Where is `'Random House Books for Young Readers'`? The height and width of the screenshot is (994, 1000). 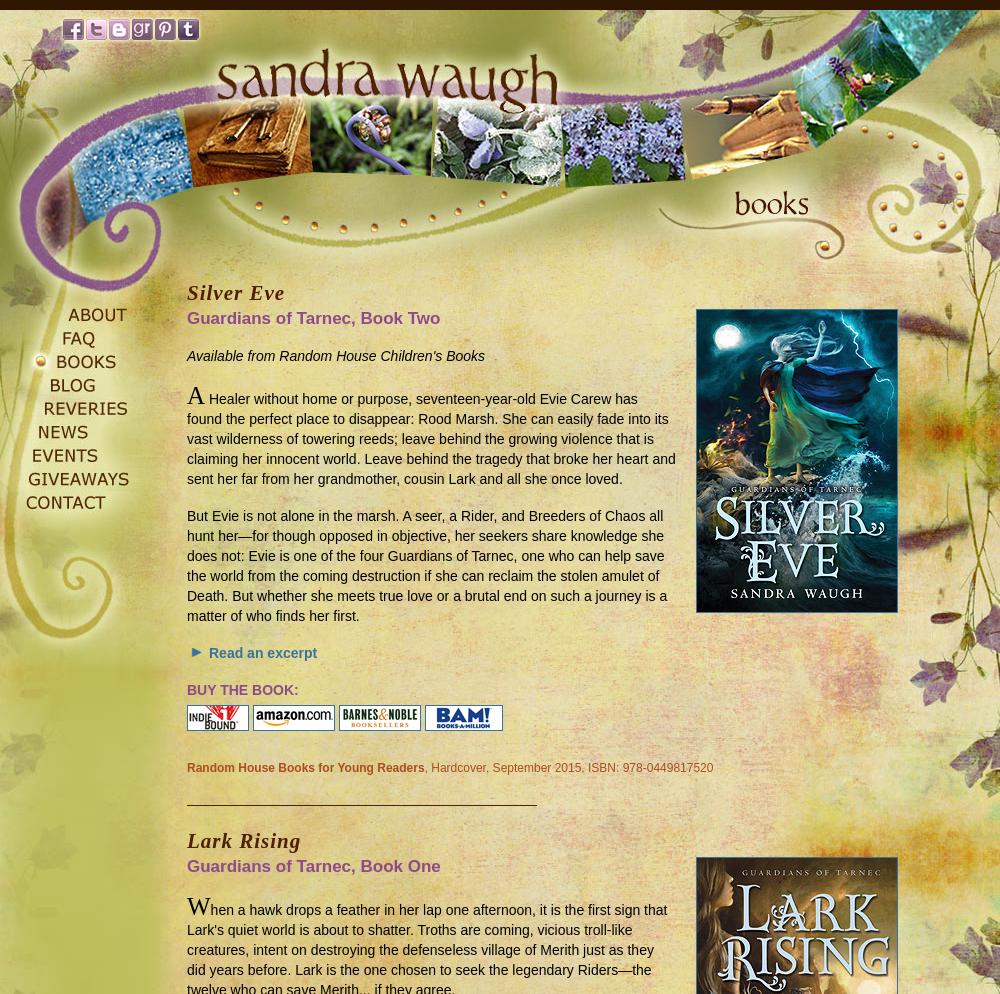
'Random House Books for Young Readers' is located at coordinates (187, 766).